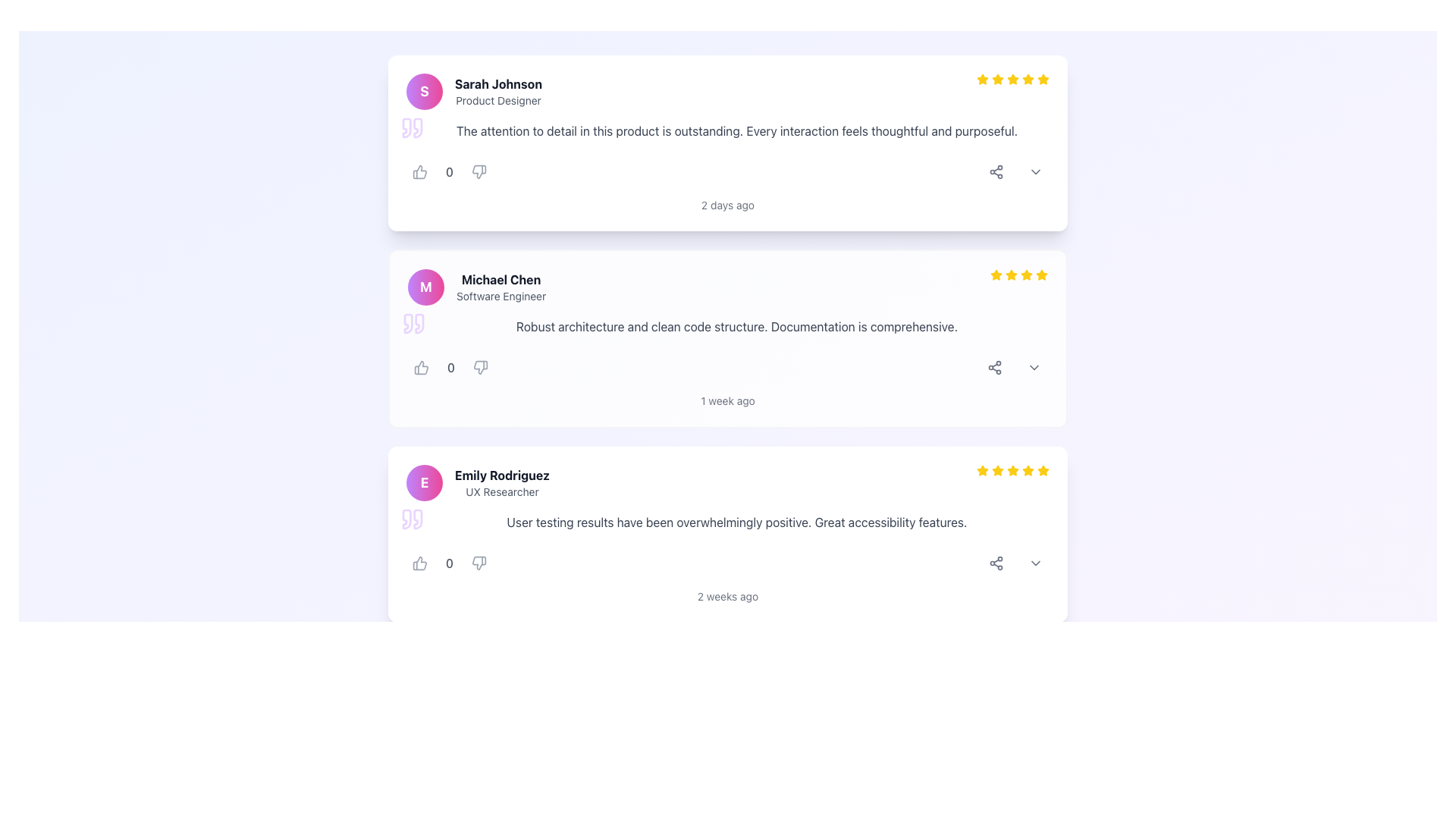 Image resolution: width=1456 pixels, height=819 pixels. What do you see at coordinates (479, 563) in the screenshot?
I see `the thumbs-down icon, which is gray and simplistic, located in the feedback card at the bottom of the third comment to dislike or remove a dislike` at bounding box center [479, 563].